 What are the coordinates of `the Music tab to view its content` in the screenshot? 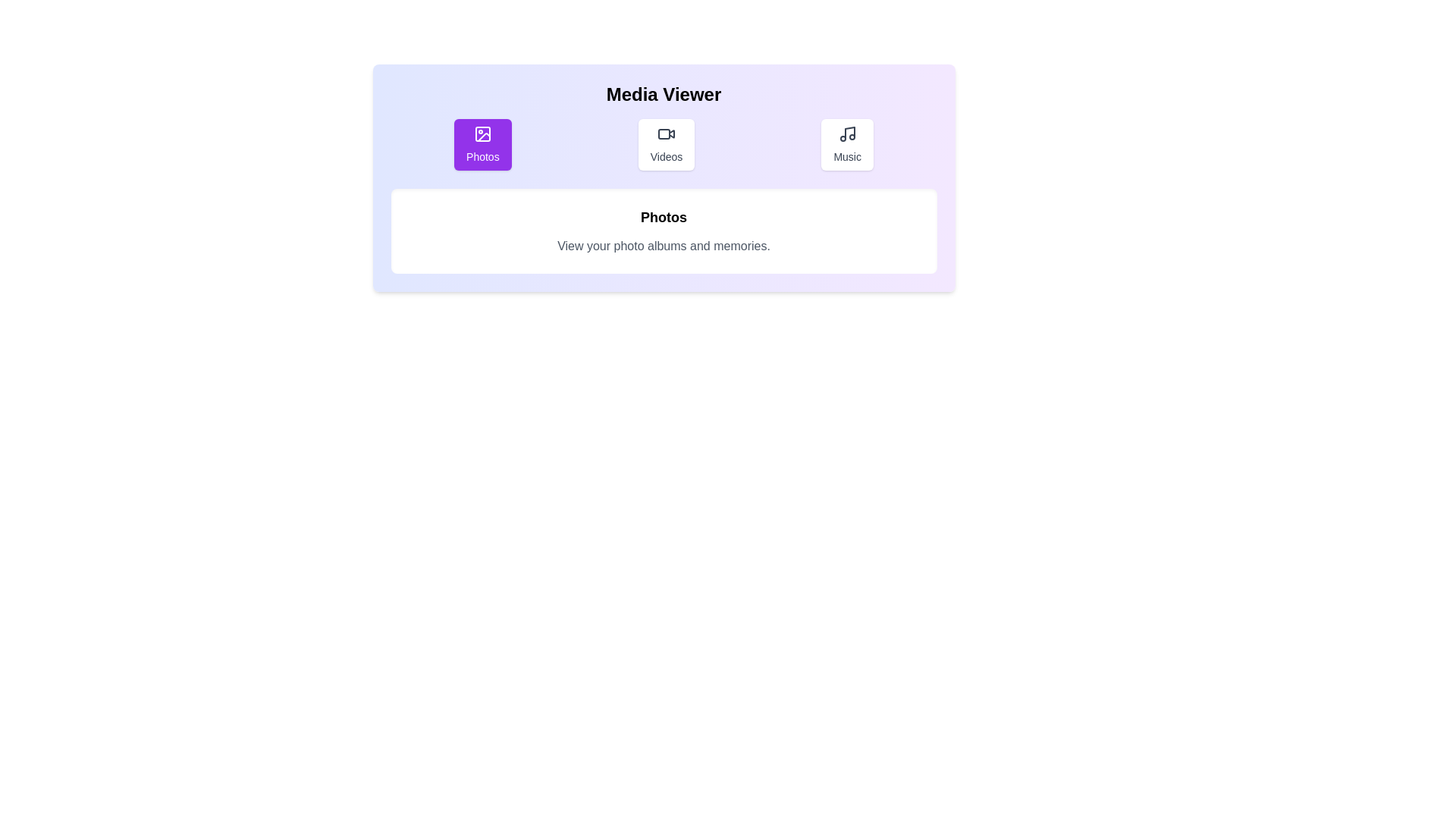 It's located at (846, 145).